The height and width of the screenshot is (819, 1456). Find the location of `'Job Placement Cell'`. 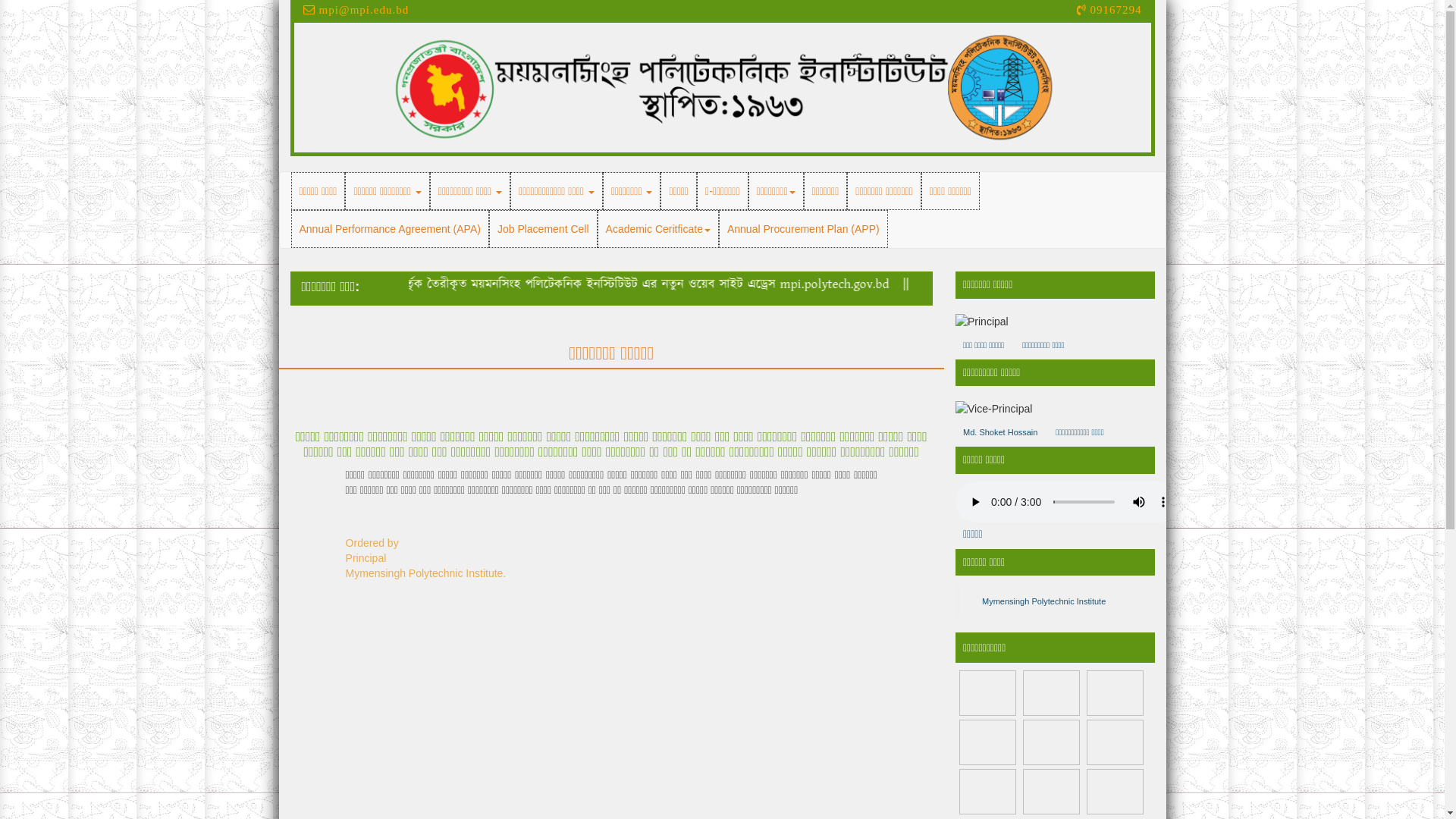

'Job Placement Cell' is located at coordinates (543, 228).